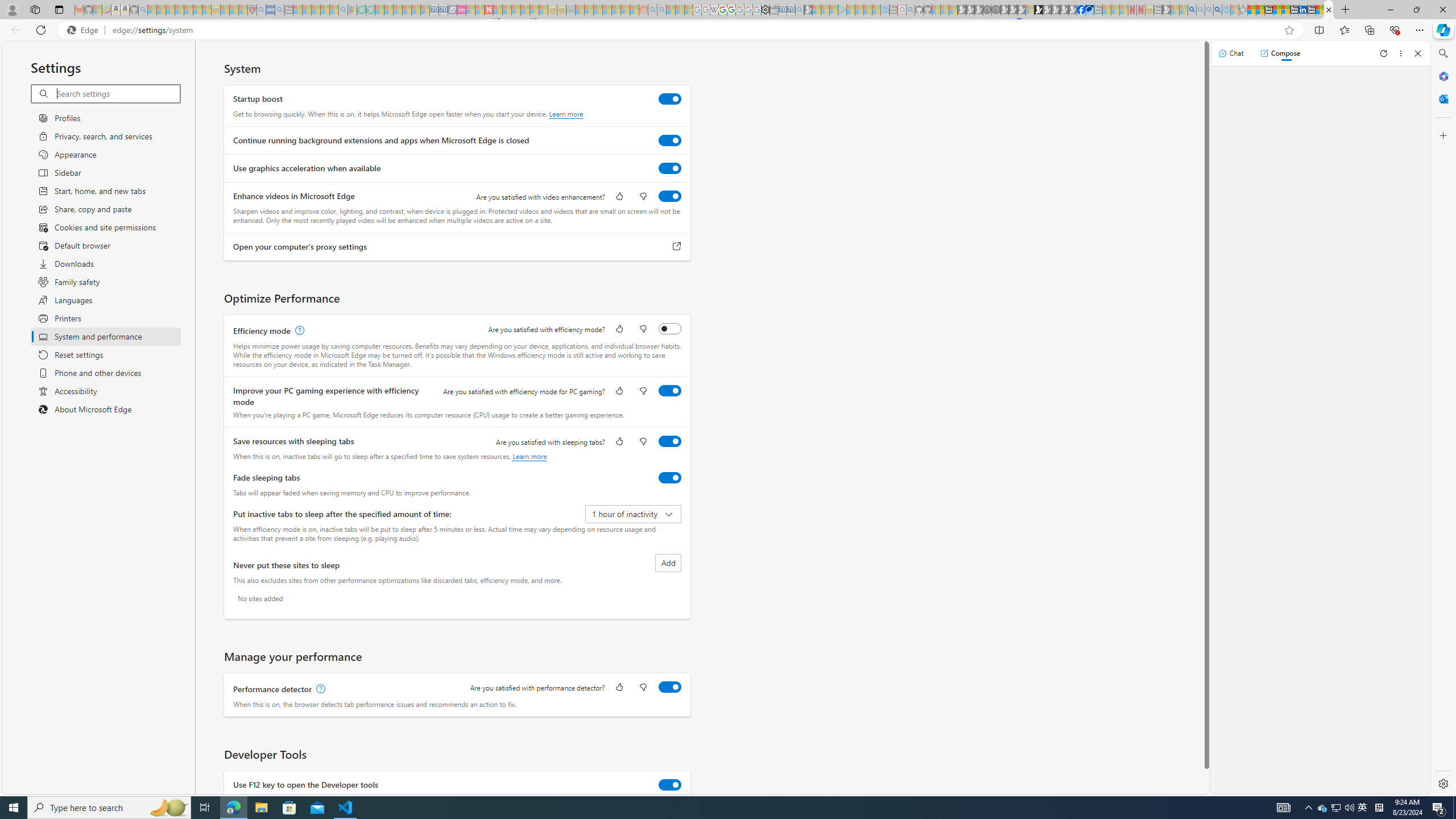 The image size is (1456, 819). I want to click on 'Save resources with sleeping tabs', so click(669, 441).